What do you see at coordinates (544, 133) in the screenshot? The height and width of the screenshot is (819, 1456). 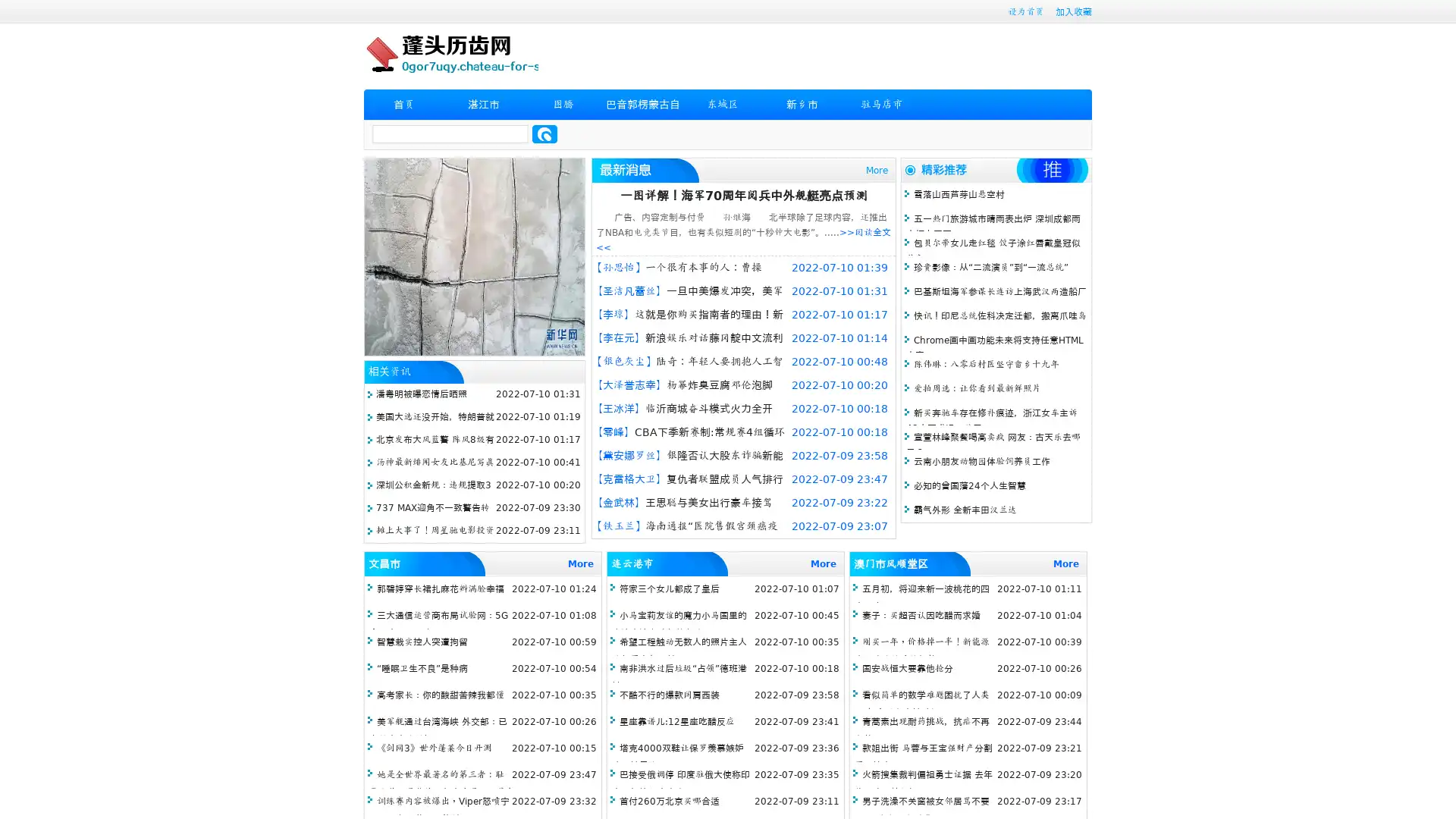 I see `Search` at bounding box center [544, 133].